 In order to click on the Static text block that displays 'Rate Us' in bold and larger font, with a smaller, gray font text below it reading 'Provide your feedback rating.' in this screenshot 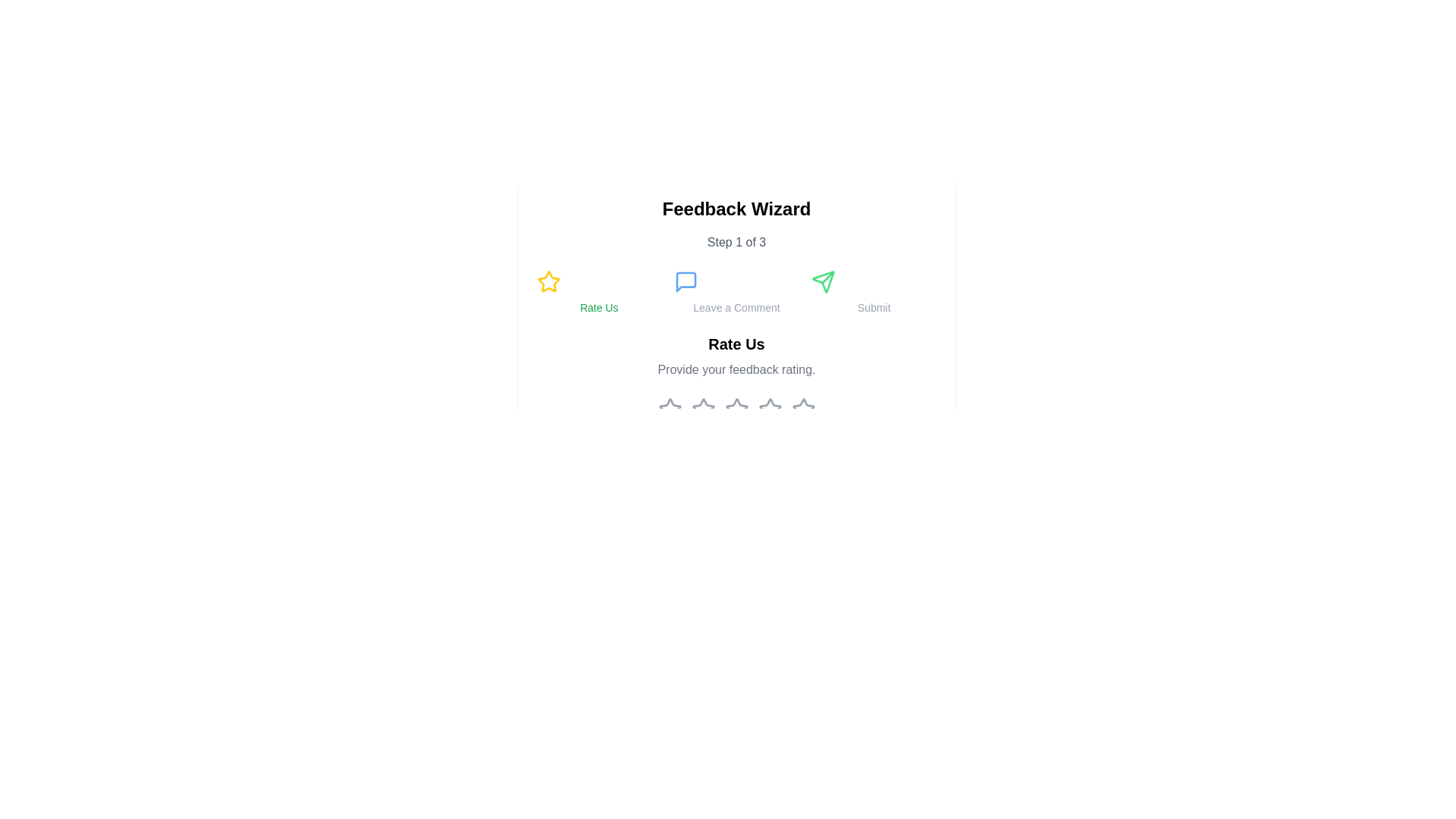, I will do `click(736, 356)`.